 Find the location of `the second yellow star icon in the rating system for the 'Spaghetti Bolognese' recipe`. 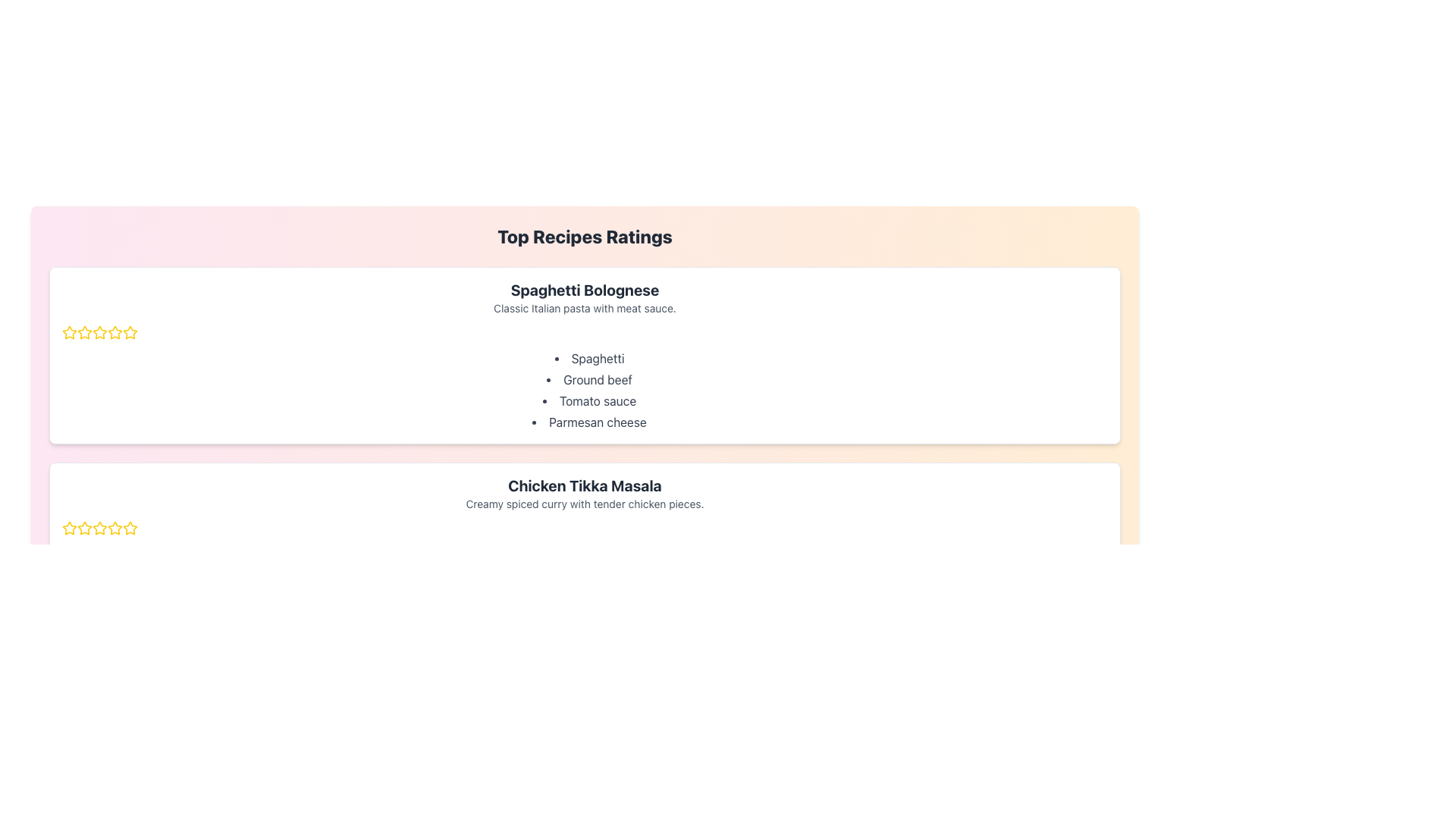

the second yellow star icon in the rating system for the 'Spaghetti Bolognese' recipe is located at coordinates (99, 331).